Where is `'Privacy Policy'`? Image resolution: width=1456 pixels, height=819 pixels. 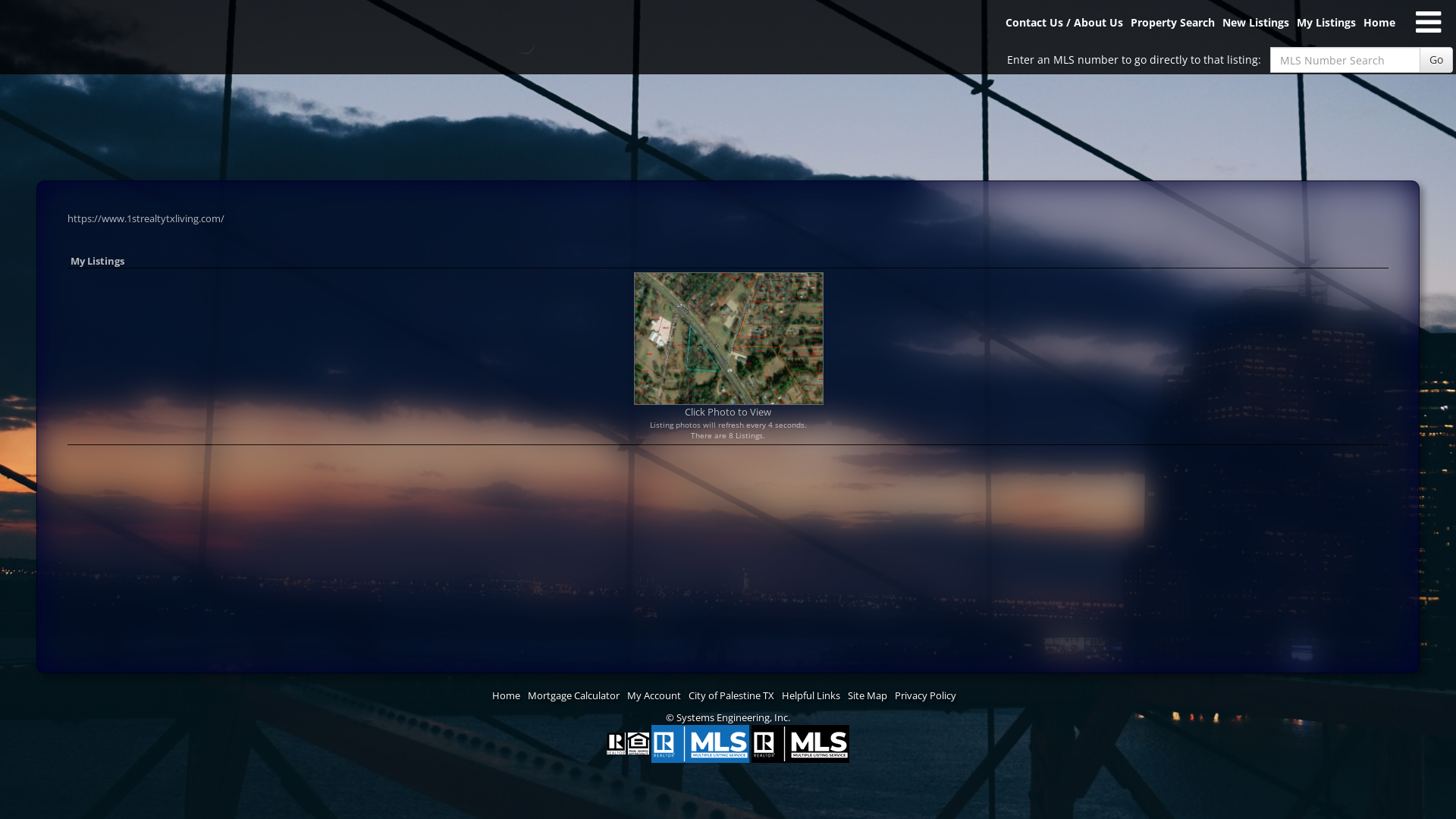 'Privacy Policy' is located at coordinates (924, 695).